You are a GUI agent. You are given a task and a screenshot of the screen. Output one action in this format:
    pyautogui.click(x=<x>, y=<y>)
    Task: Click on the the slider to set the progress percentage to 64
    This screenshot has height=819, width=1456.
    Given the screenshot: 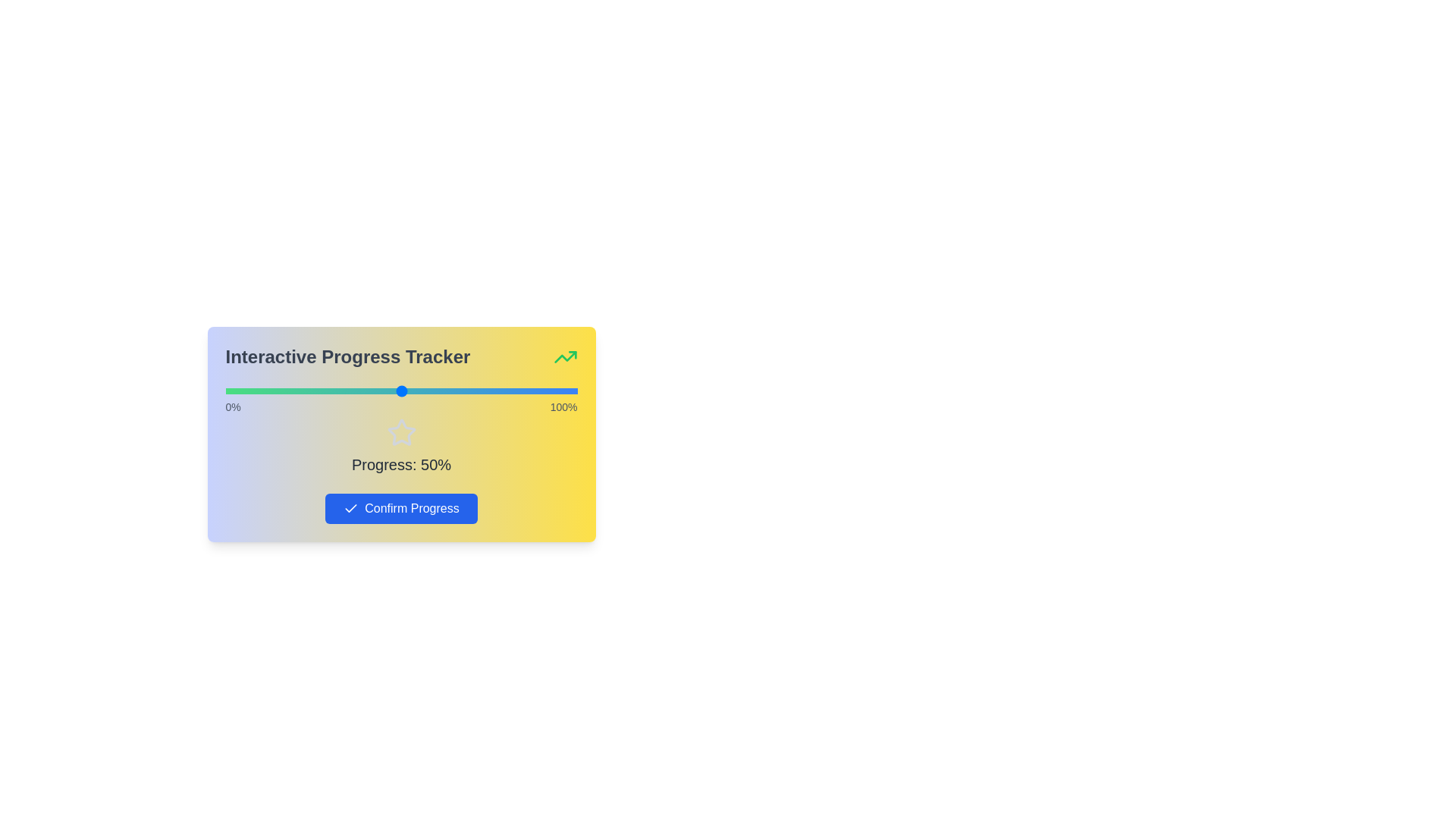 What is the action you would take?
    pyautogui.click(x=450, y=391)
    